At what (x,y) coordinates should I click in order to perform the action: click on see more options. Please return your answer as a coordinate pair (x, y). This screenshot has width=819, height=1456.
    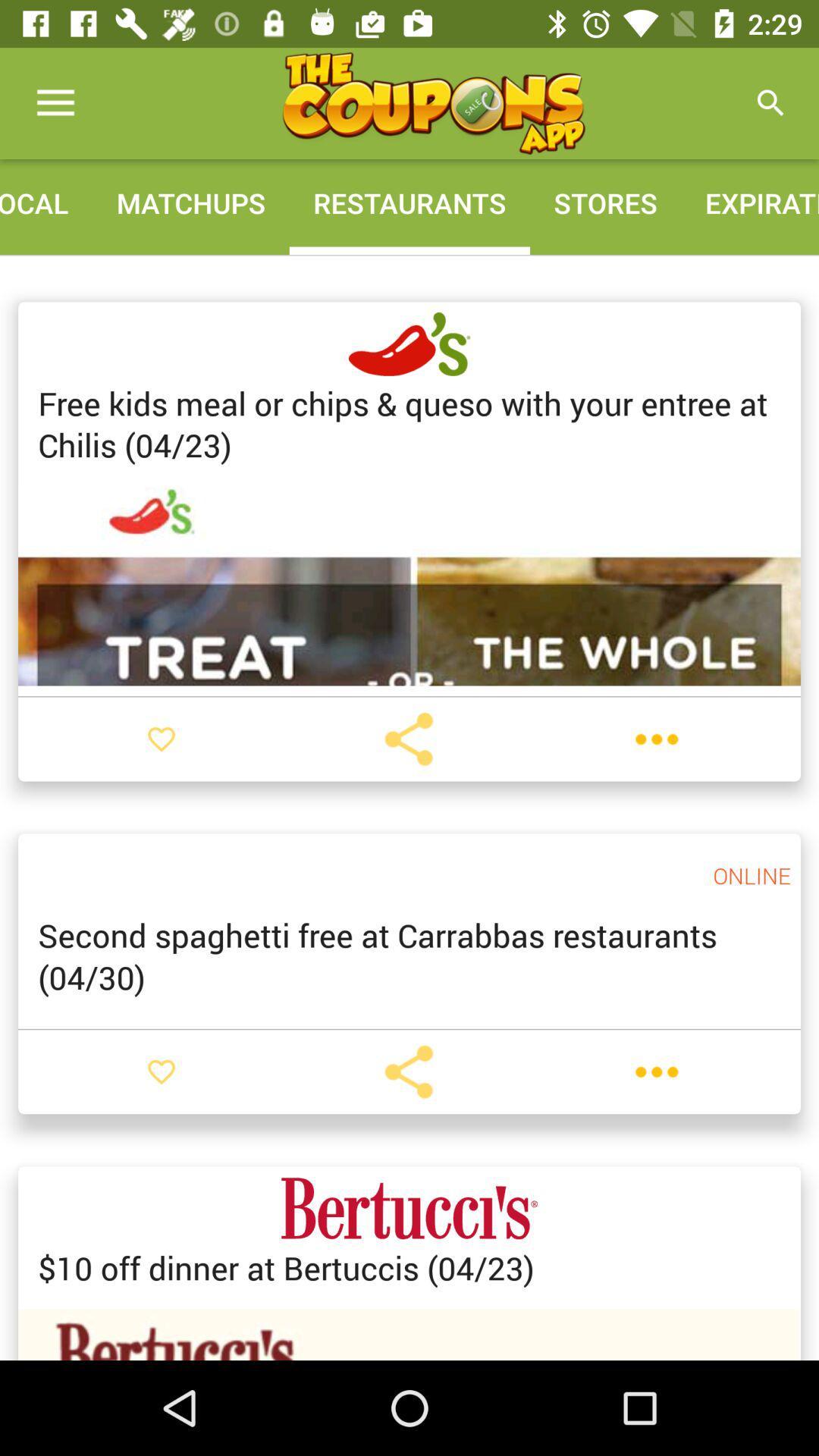
    Looking at the image, I should click on (656, 739).